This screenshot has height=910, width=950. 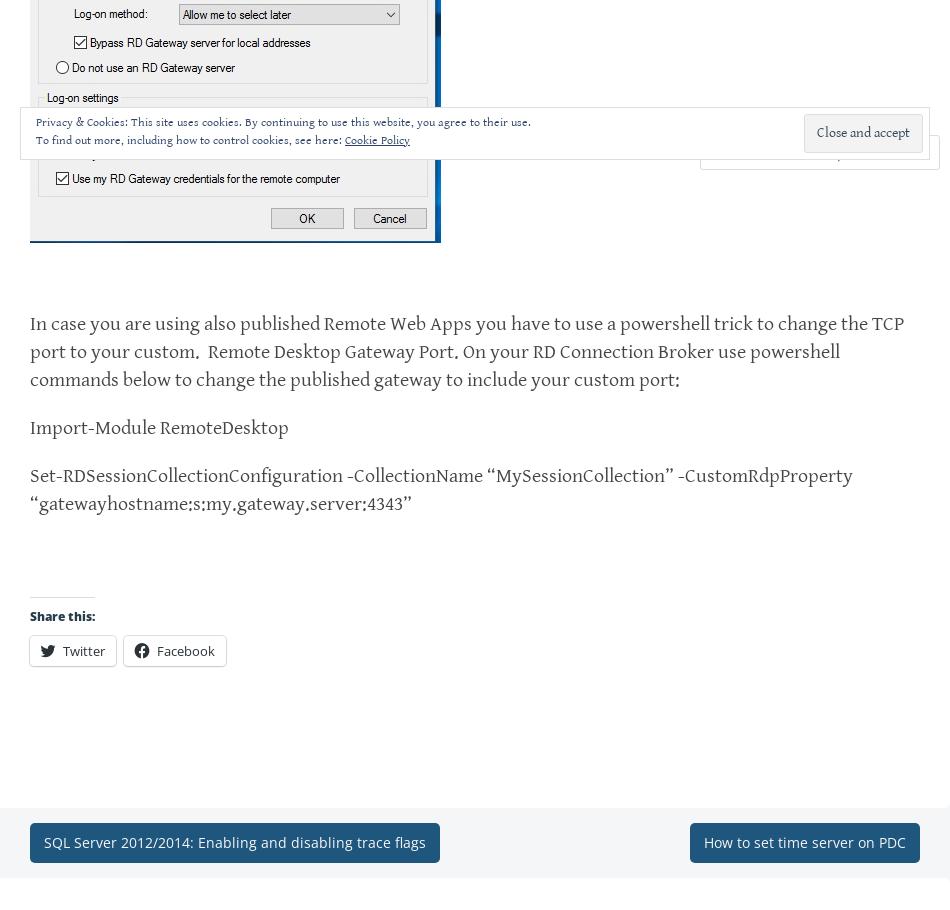 What do you see at coordinates (235, 842) in the screenshot?
I see `'SQL Server 2012/2014: Enabling and disabling trace flags'` at bounding box center [235, 842].